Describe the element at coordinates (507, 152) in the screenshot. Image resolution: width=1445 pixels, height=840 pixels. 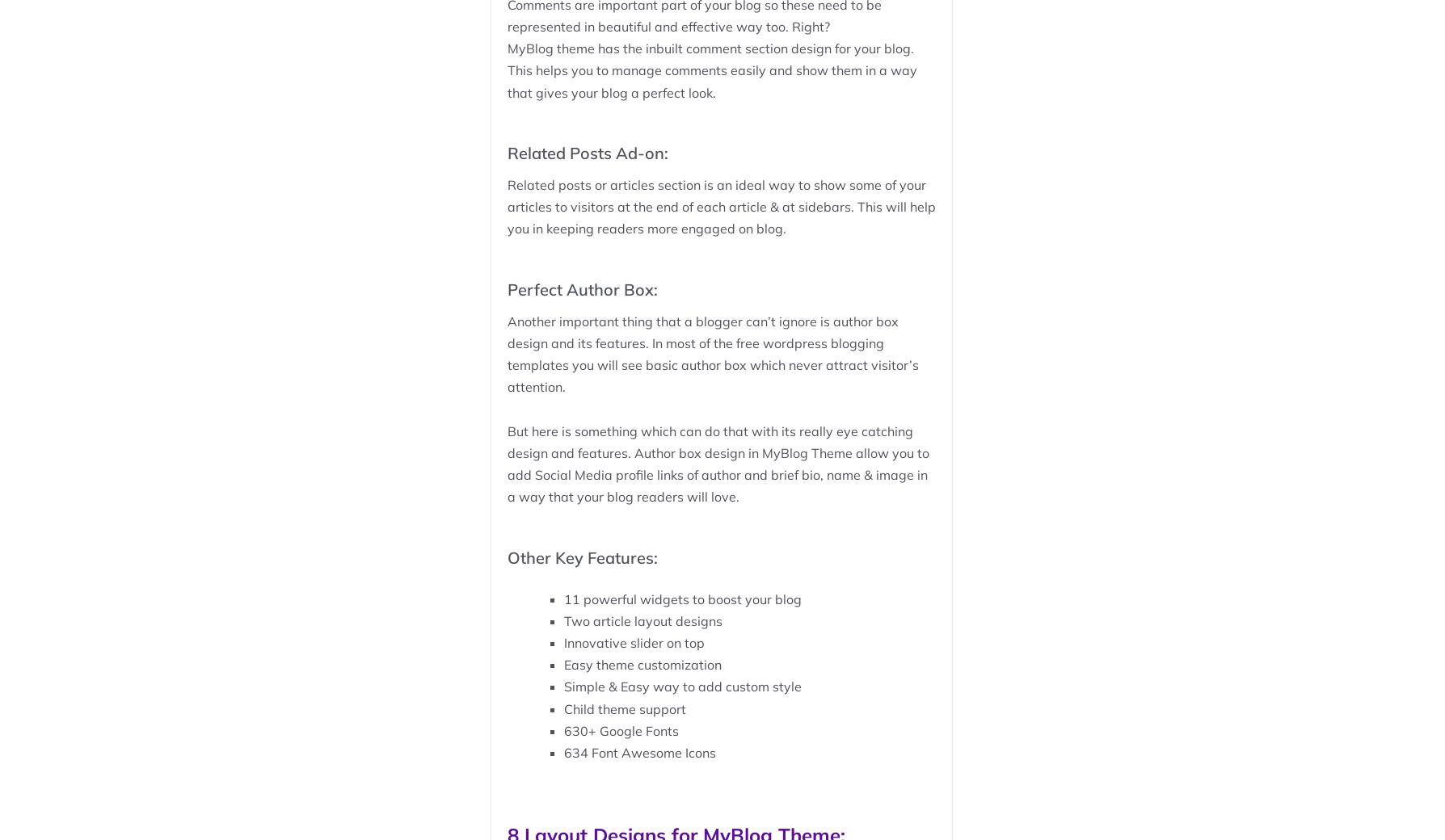
I see `'Related Posts Ad-on:'` at that location.